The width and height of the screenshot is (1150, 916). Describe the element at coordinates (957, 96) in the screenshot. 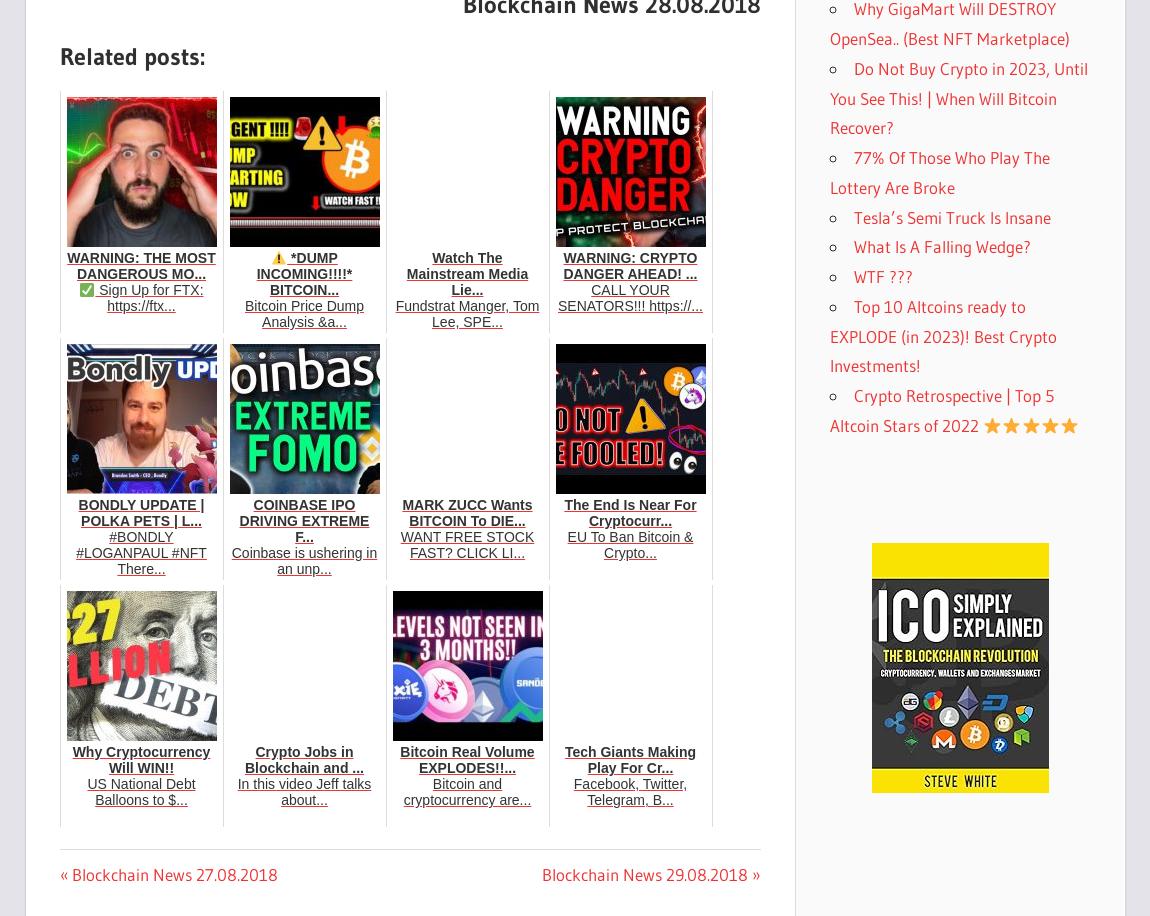

I see `'Do Not Buy Crypto in 2023, Until You See This! | When Will Bitcoin Recover?'` at that location.